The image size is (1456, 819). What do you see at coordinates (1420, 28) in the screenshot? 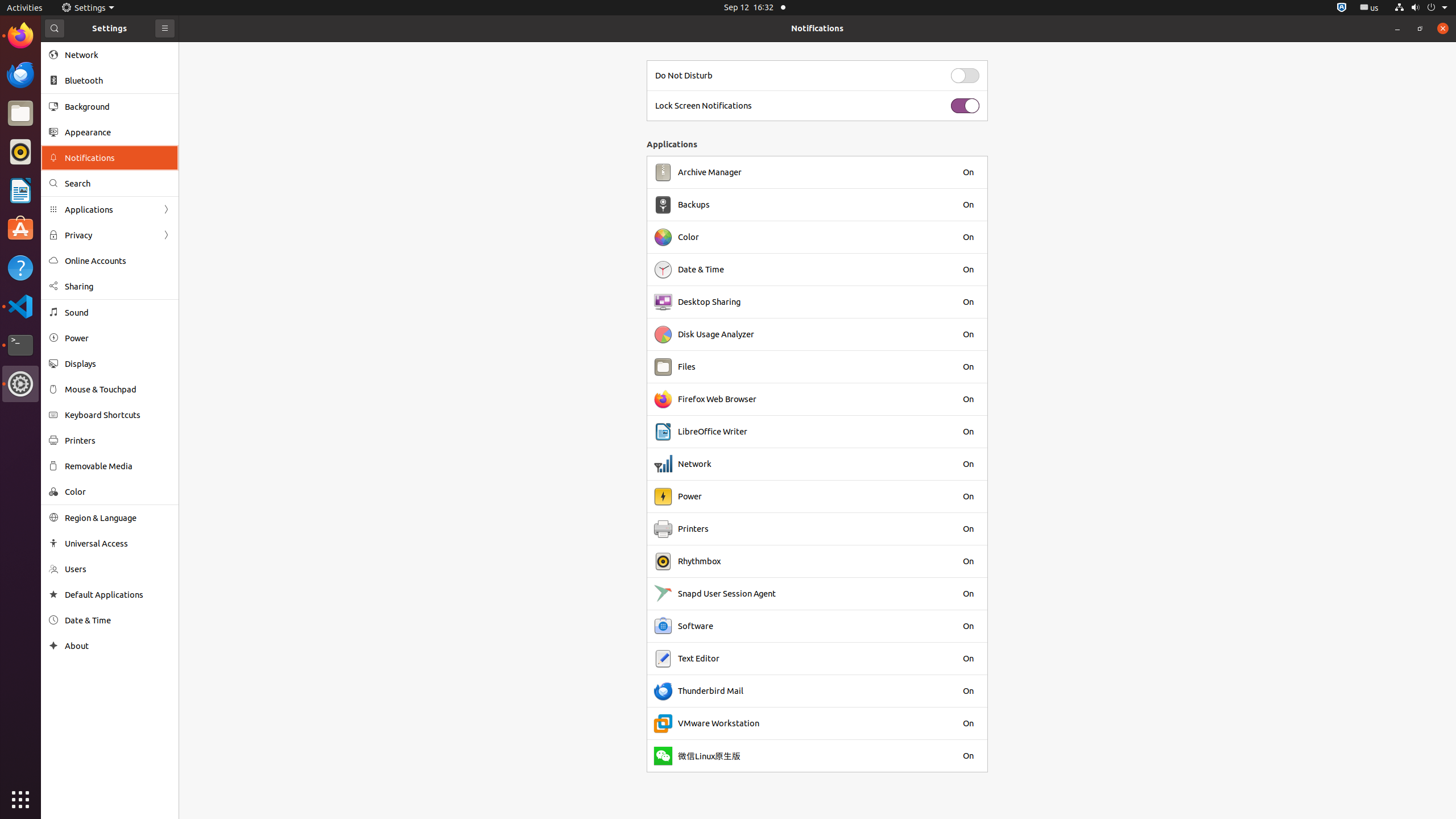
I see `'Restore'` at bounding box center [1420, 28].